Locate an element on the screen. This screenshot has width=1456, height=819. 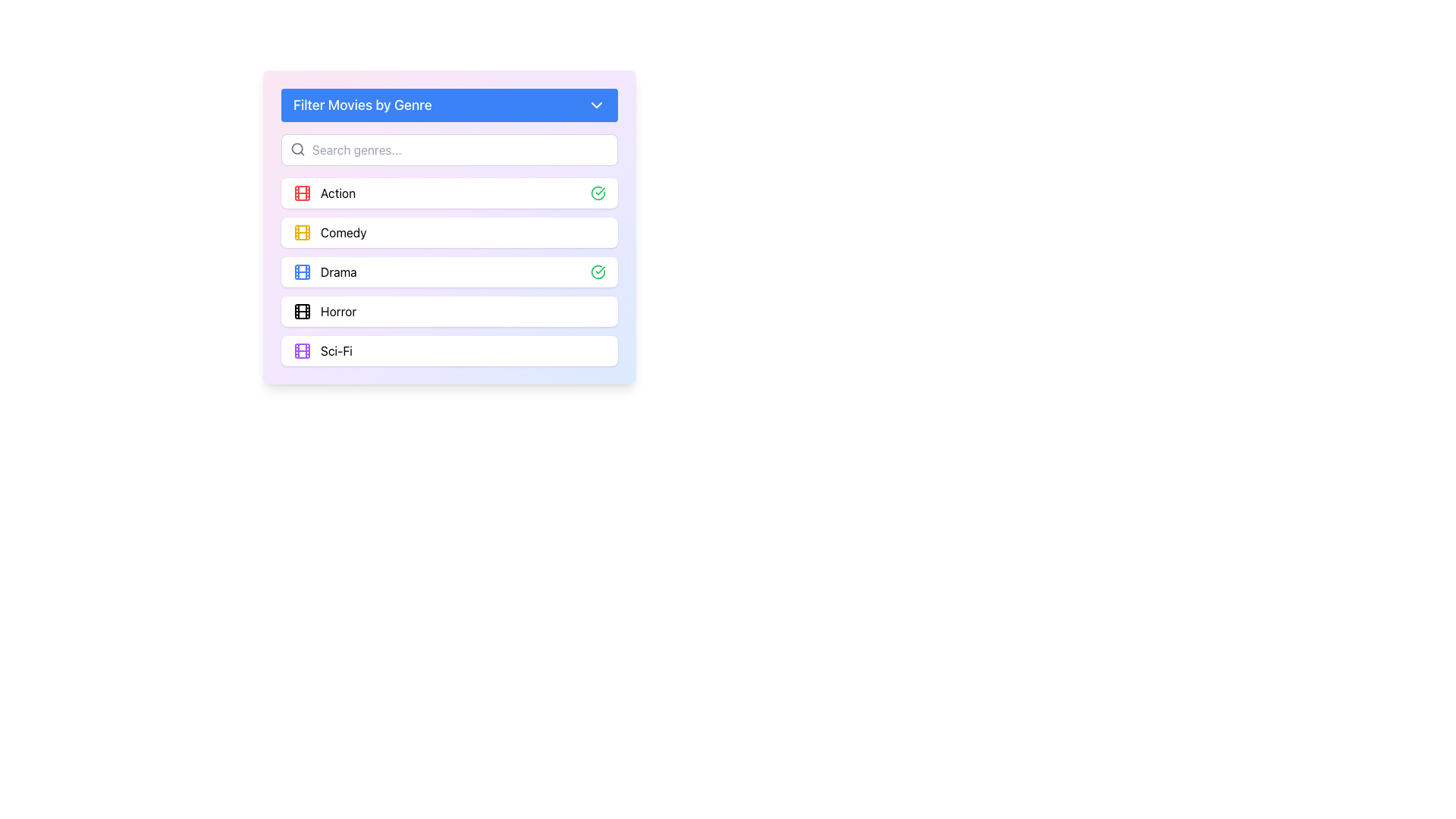
the third selectable list item labeled 'Drama' in the 'Filter Movies by Genre' section is located at coordinates (449, 271).